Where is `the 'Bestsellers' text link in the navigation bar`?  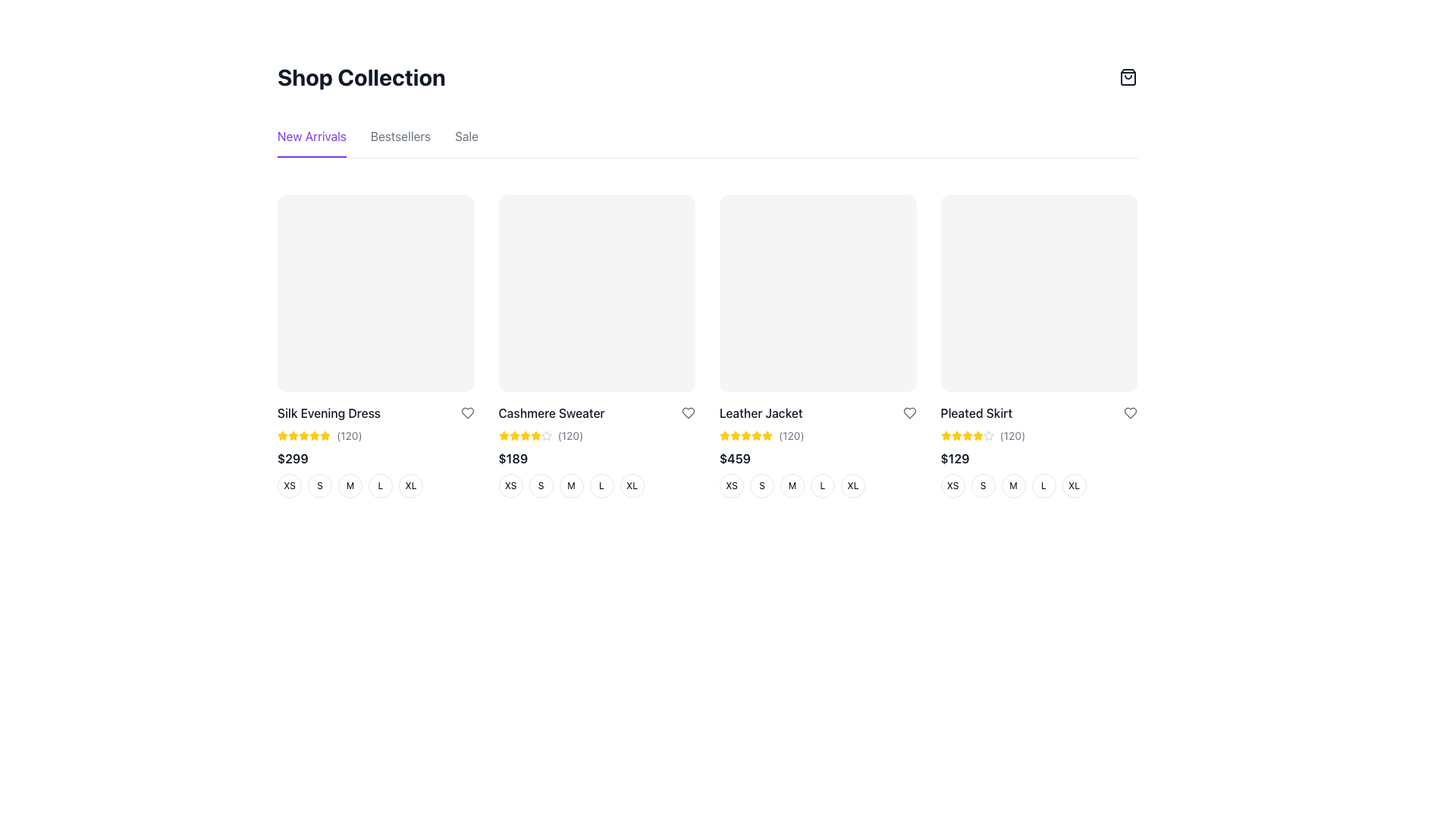
the 'Bestsellers' text link in the navigation bar is located at coordinates (400, 143).